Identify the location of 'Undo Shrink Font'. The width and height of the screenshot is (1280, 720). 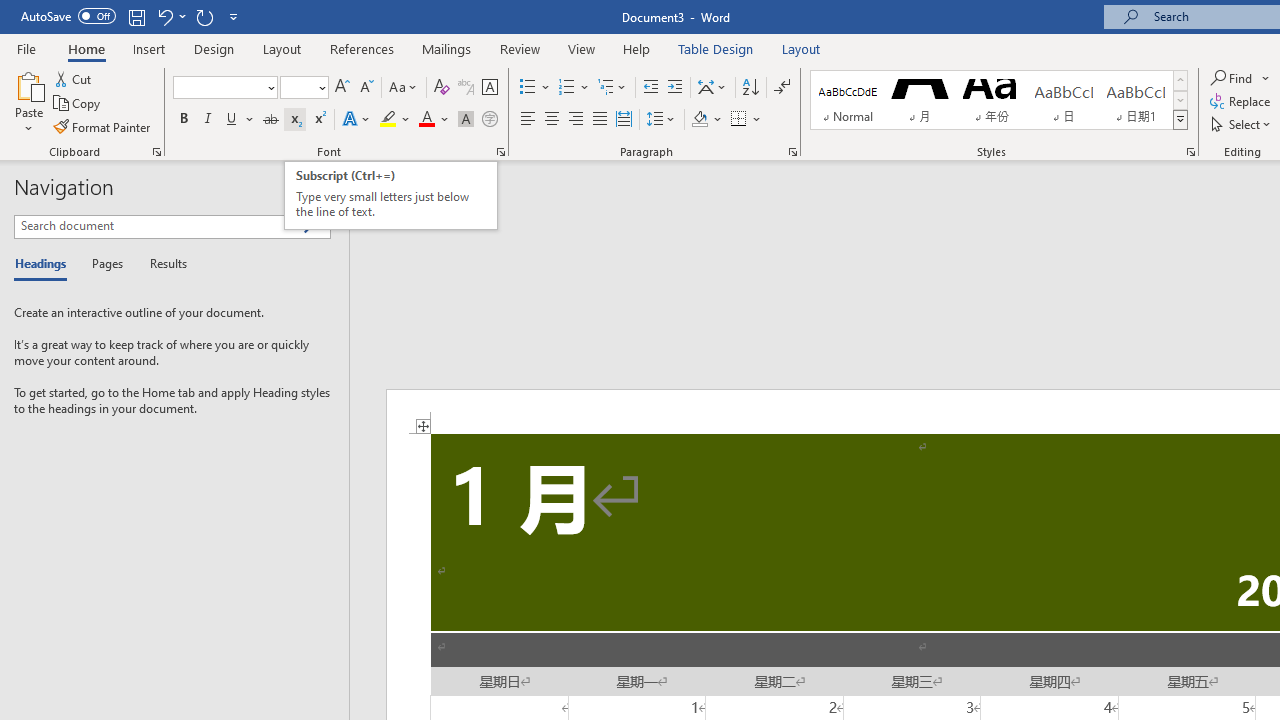
(164, 16).